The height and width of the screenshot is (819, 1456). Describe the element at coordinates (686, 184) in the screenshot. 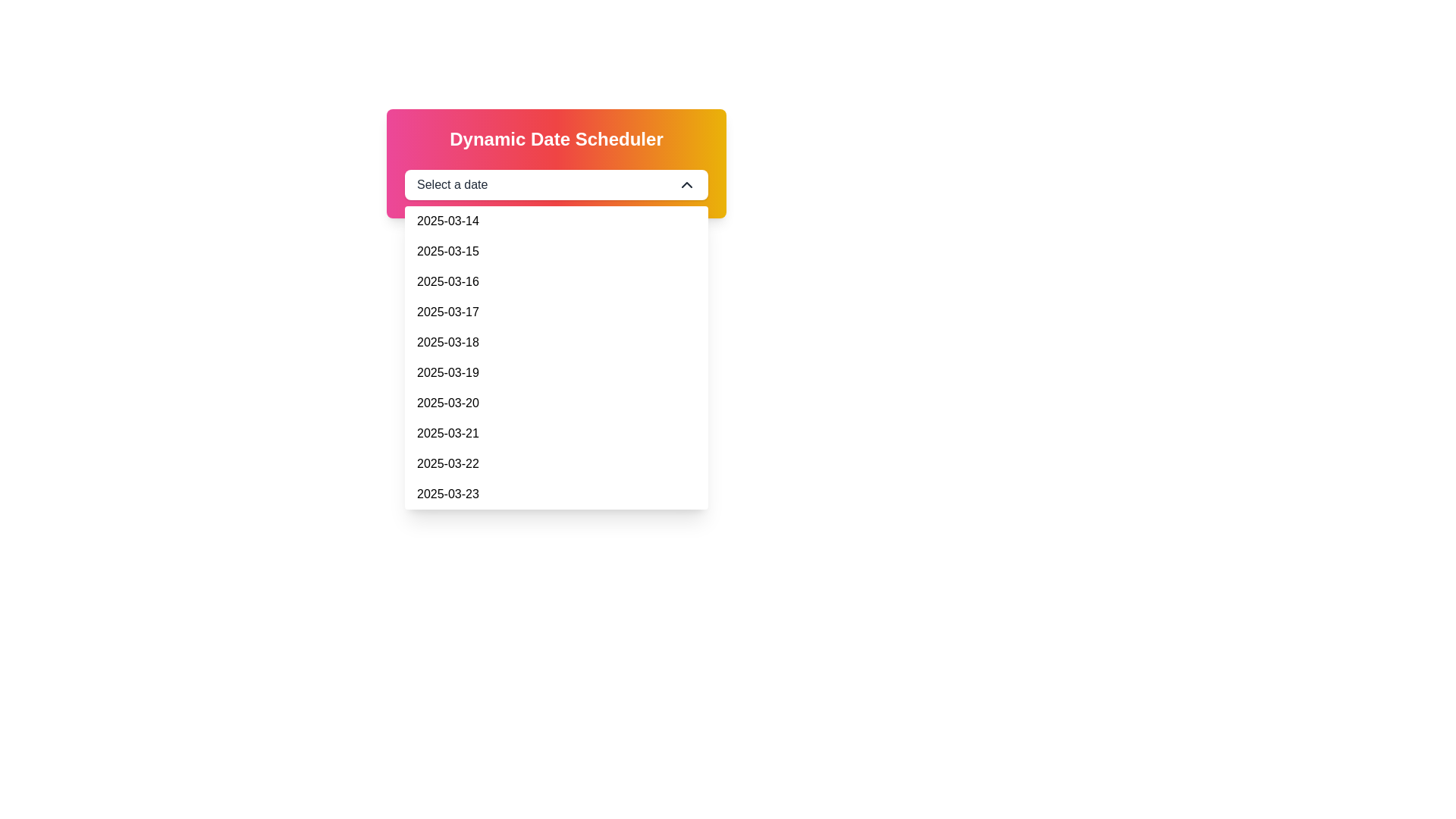

I see `the toggle button icon in the top-right corner of the 'Select a date' input field` at that location.